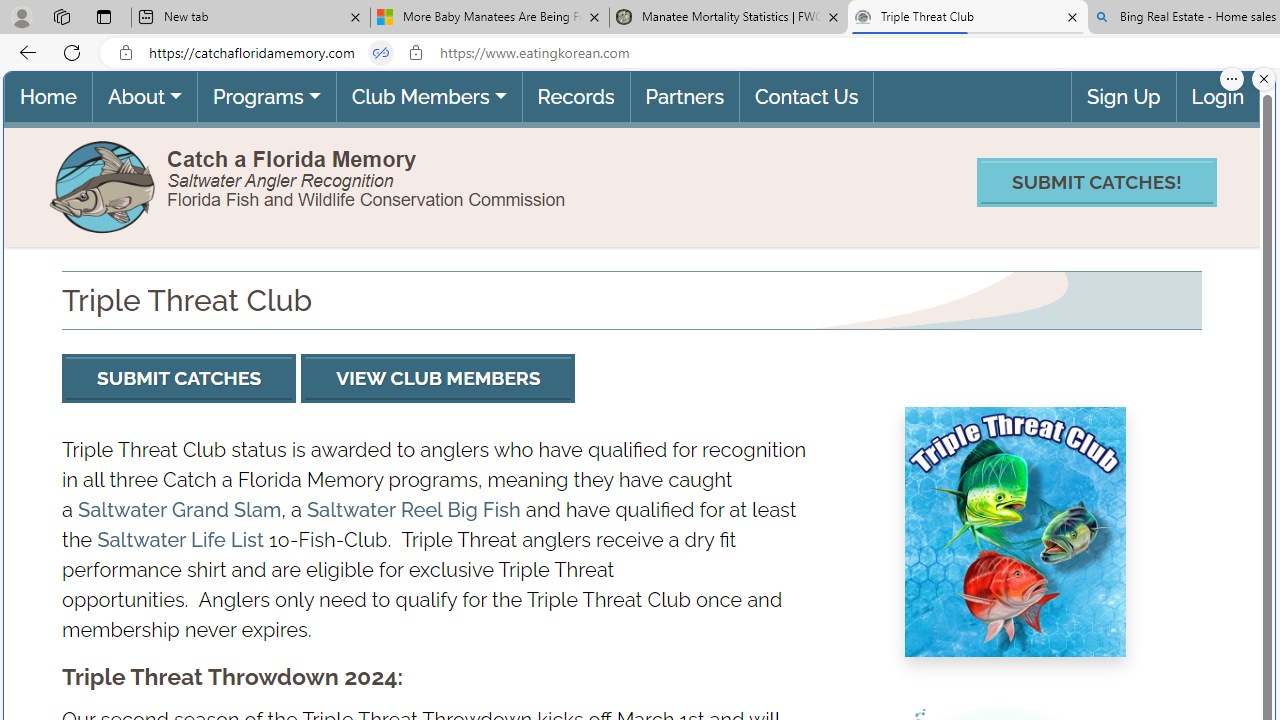  I want to click on 'About', so click(143, 96).